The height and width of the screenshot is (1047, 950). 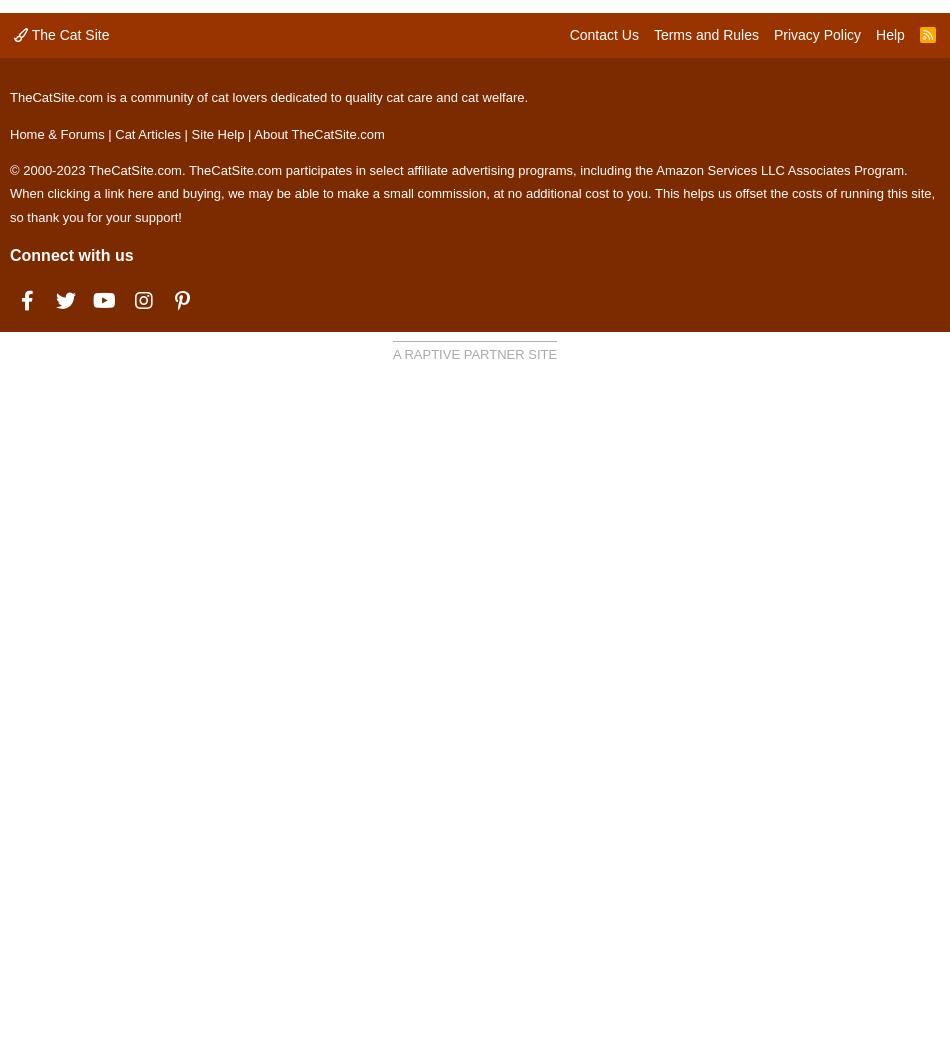 What do you see at coordinates (217, 132) in the screenshot?
I see `'Site Help'` at bounding box center [217, 132].